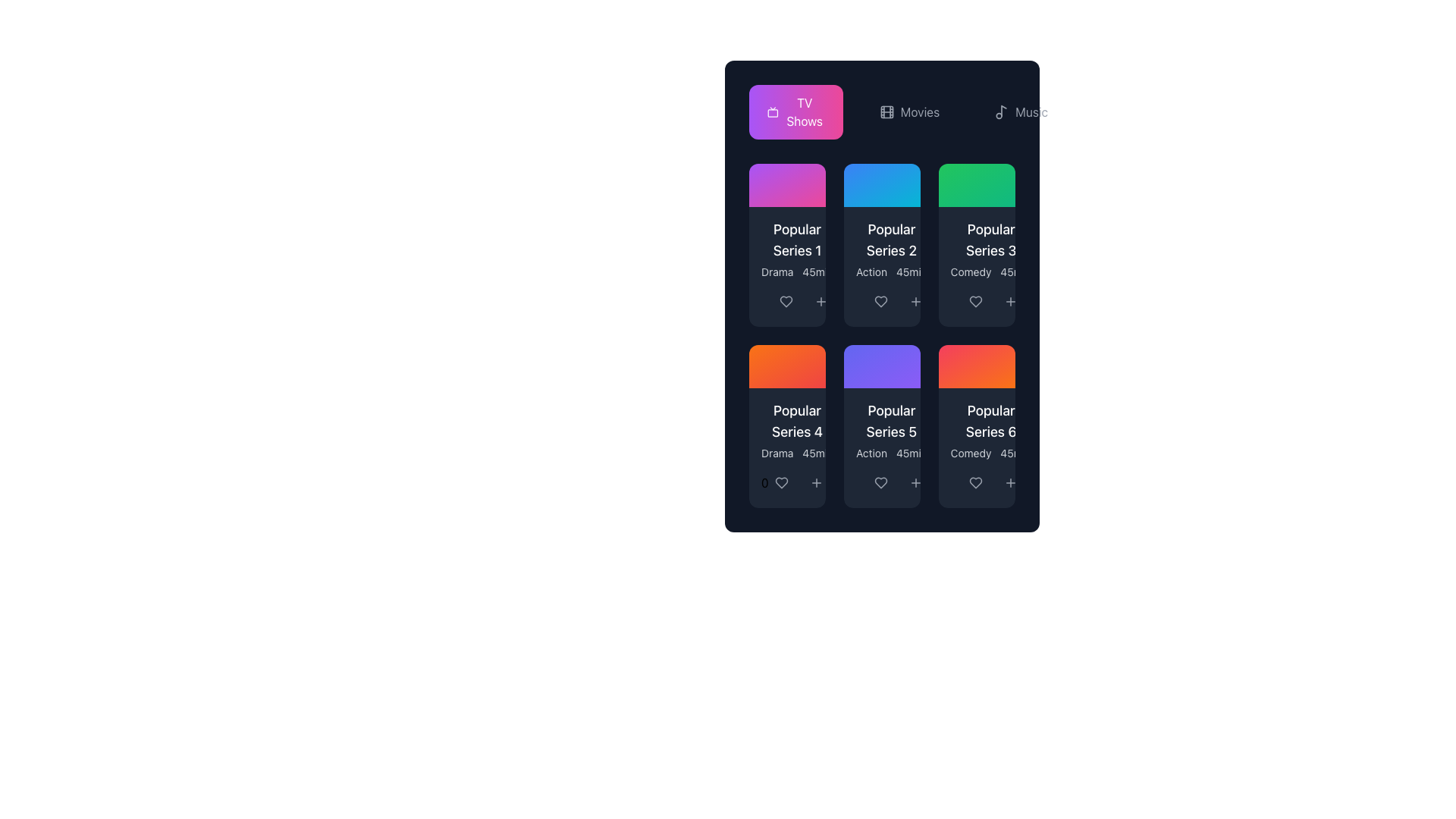 The width and height of the screenshot is (1456, 819). Describe the element at coordinates (892, 239) in the screenshot. I see `text label 'Popular Series 2' which is styled prominently in white font and located in the second column of a grid layout, beneath a blue header box` at that location.